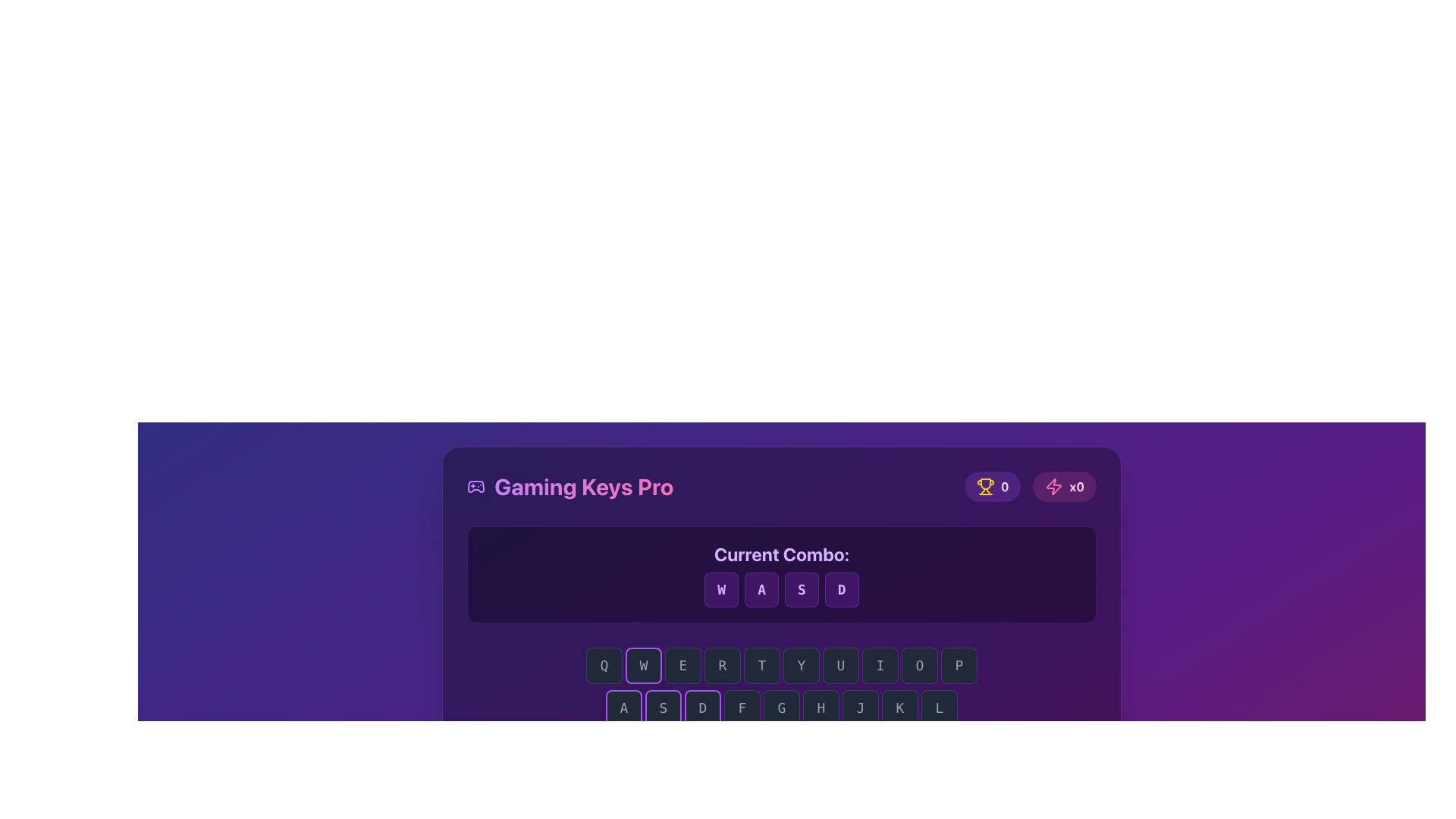  What do you see at coordinates (919, 665) in the screenshot?
I see `the 'O' button on the virtual keyboard to simulate pressing the 'O' key` at bounding box center [919, 665].